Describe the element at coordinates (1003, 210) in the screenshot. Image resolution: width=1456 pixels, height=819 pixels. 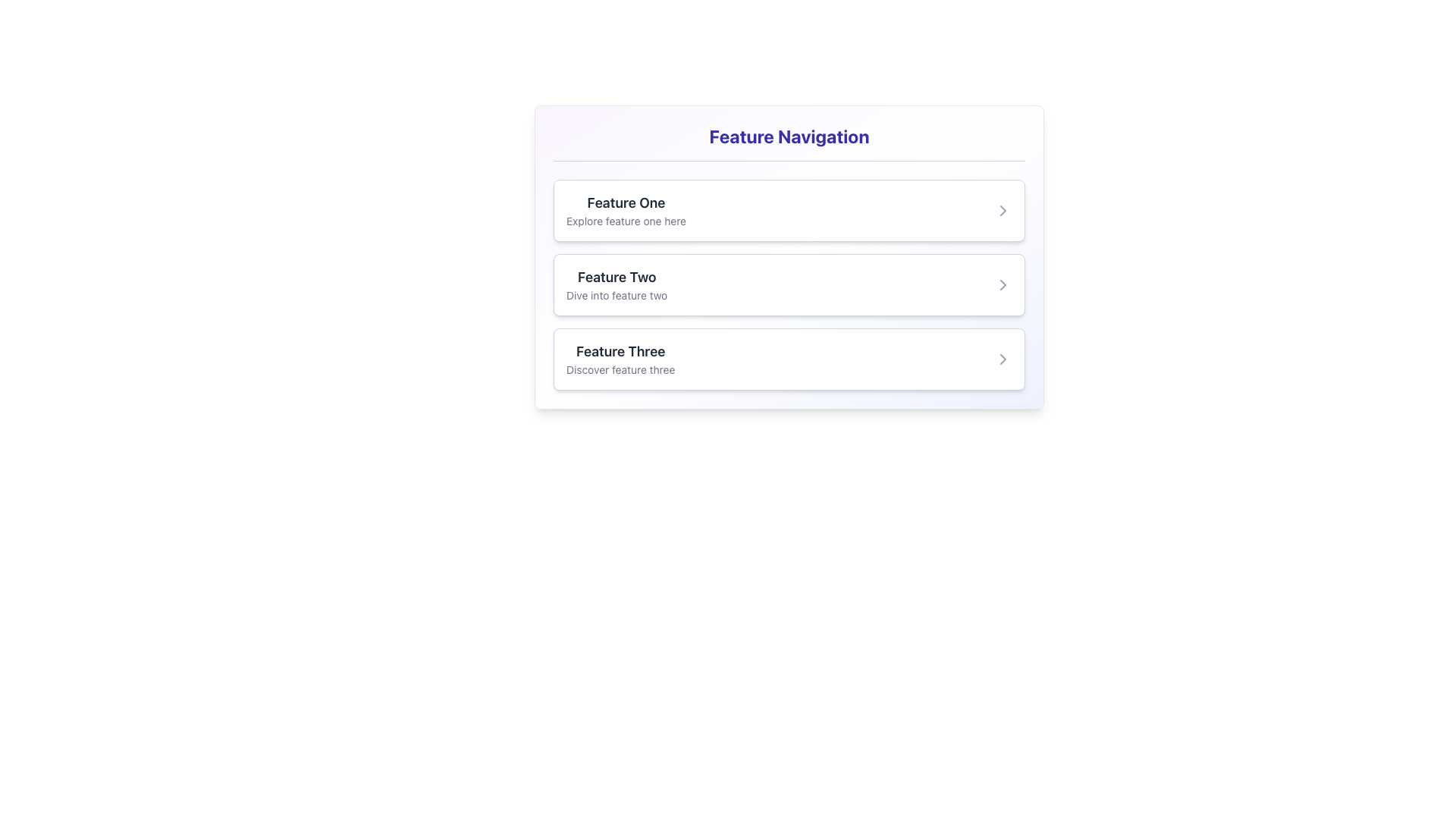
I see `the navigational icon located at the far right of the card for 'Feature One'` at that location.